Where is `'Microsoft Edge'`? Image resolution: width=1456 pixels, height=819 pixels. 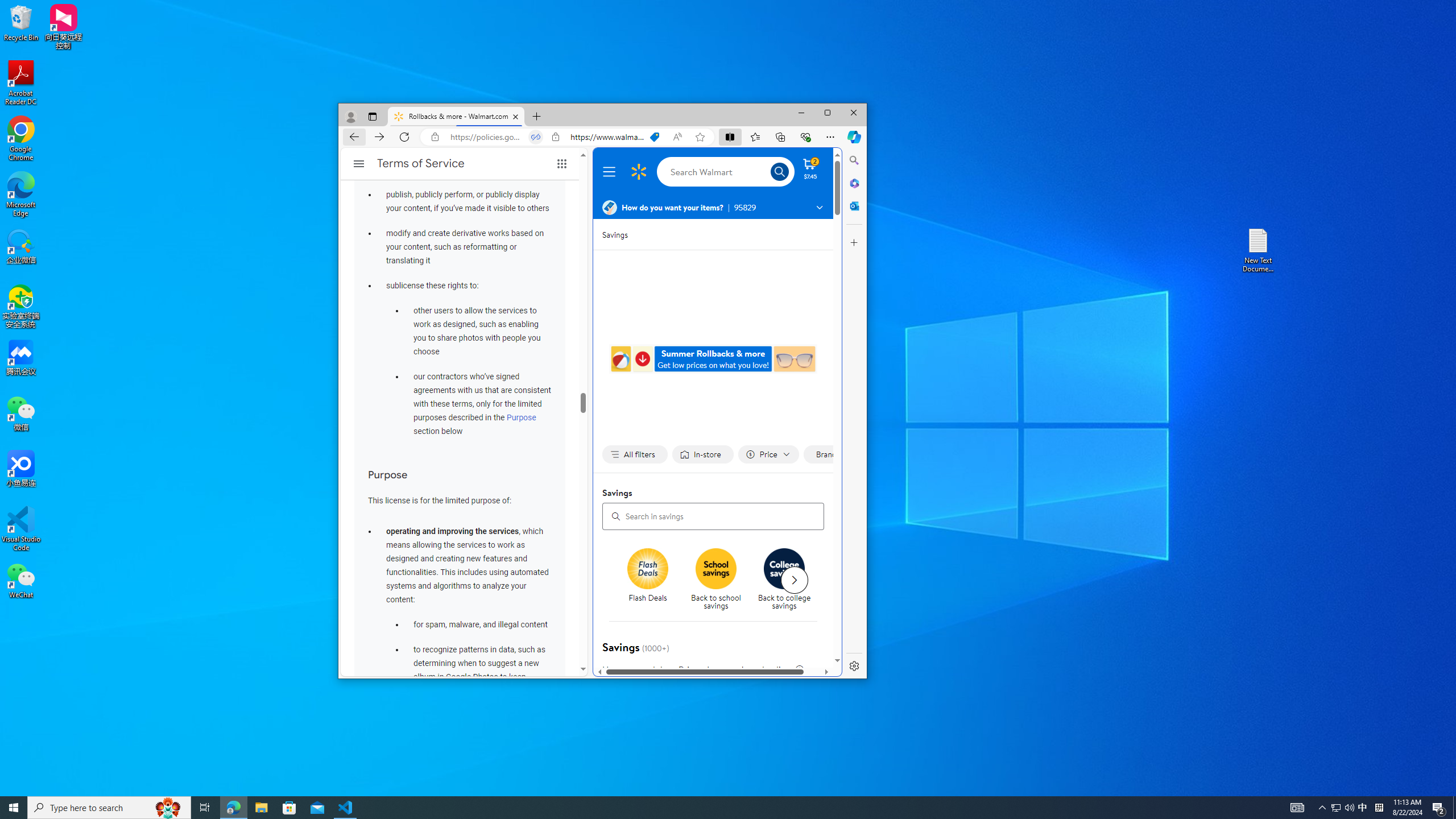 'Microsoft Edge' is located at coordinates (20, 194).